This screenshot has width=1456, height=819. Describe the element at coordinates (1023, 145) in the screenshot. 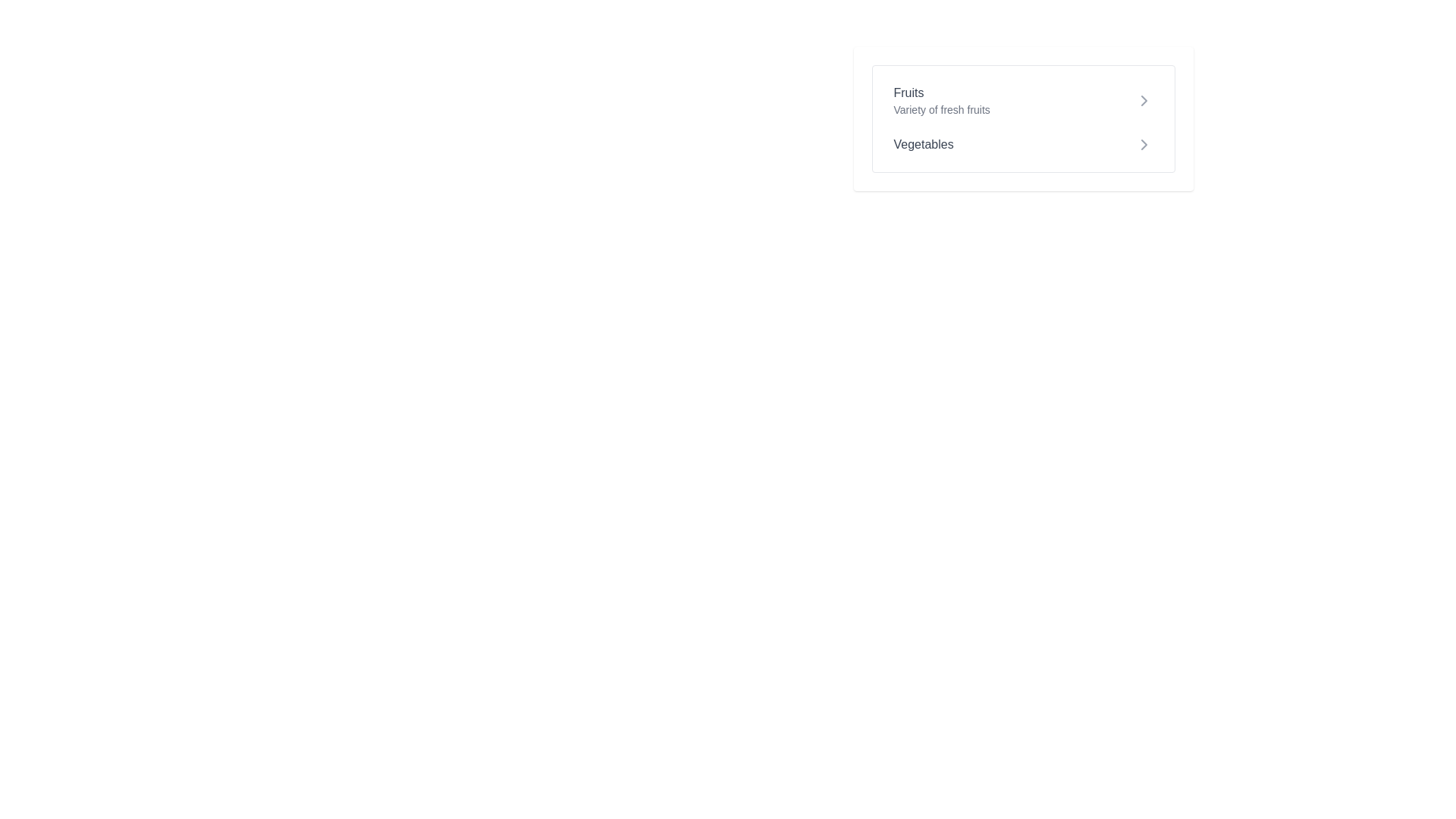

I see `the 'Vegetables' list item, which is the second item in a vertical list under 'Fruits'` at that location.